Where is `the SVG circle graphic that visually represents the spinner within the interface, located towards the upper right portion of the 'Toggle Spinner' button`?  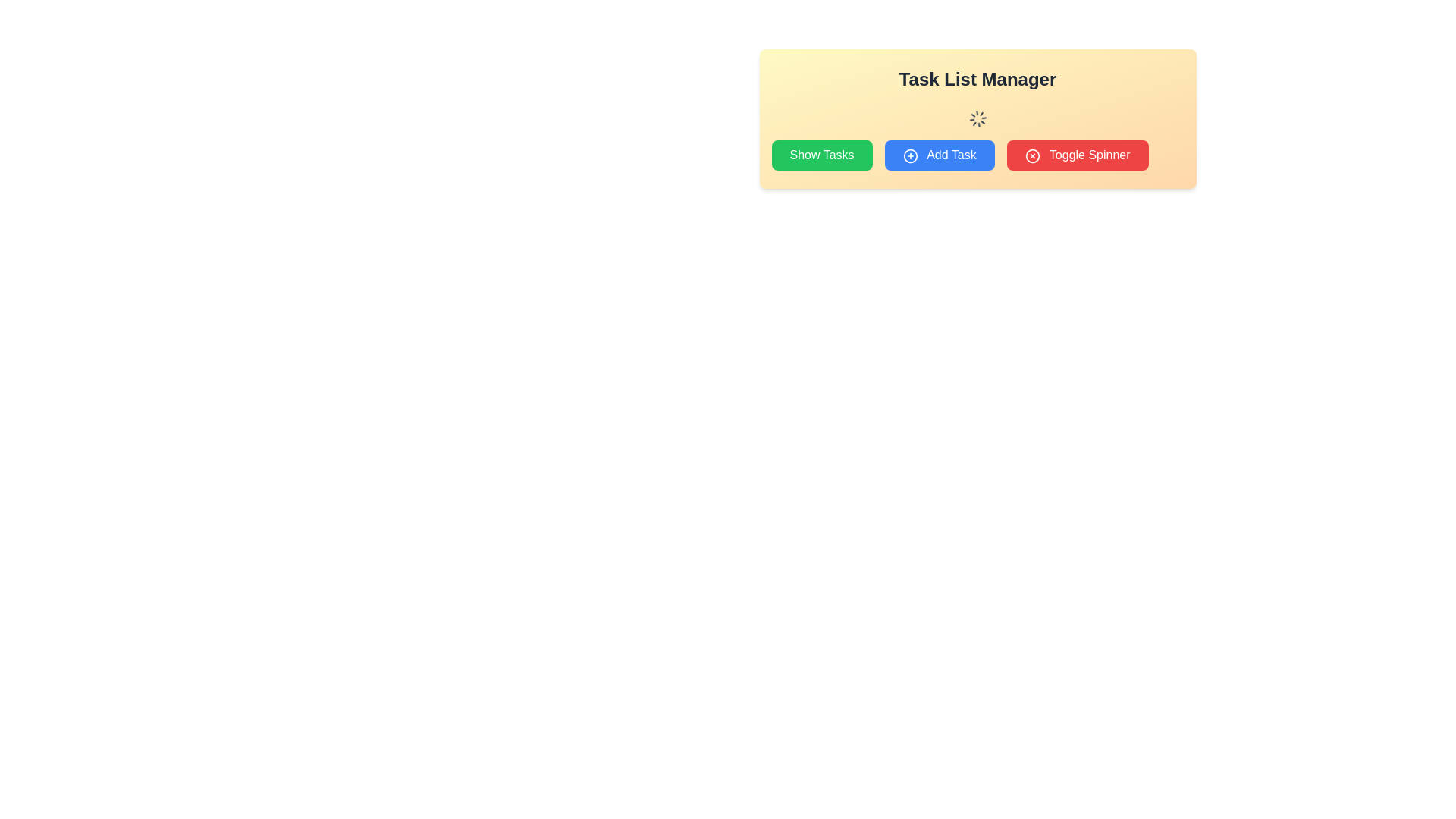 the SVG circle graphic that visually represents the spinner within the interface, located towards the upper right portion of the 'Toggle Spinner' button is located at coordinates (1031, 155).